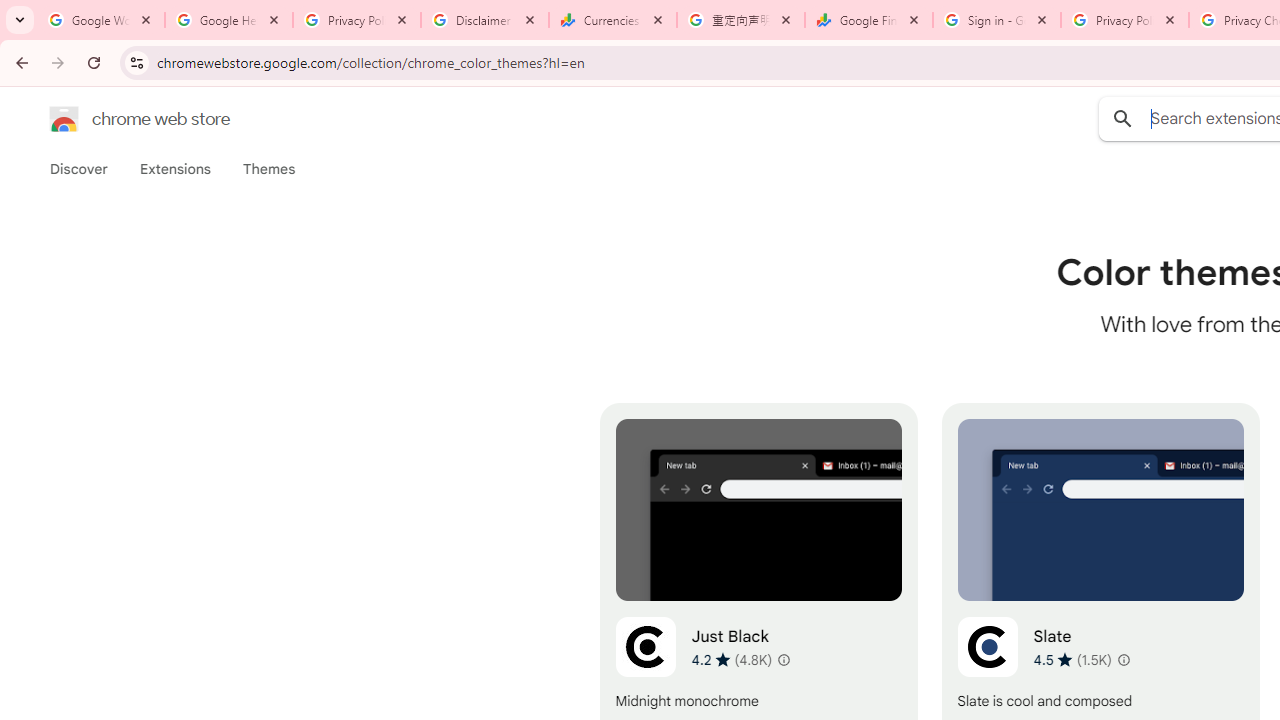 Image resolution: width=1280 pixels, height=720 pixels. I want to click on 'Learn more about results and reviews "Slate"', so click(1123, 659).